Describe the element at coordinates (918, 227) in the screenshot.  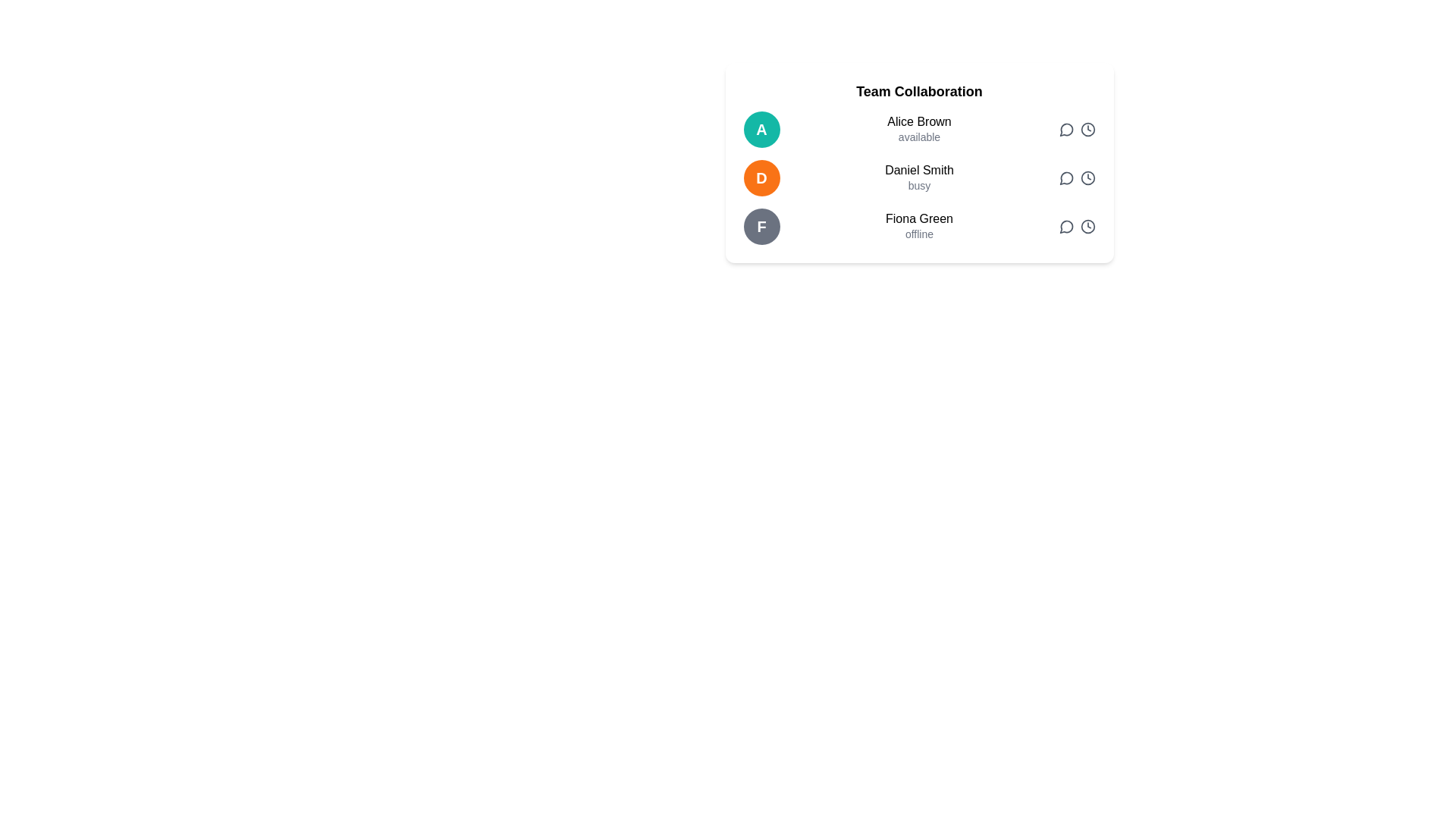
I see `the combined text displayed in the Text Display Block showing 'Fiona Green' and 'offline', which is the third entry in the user list` at that location.